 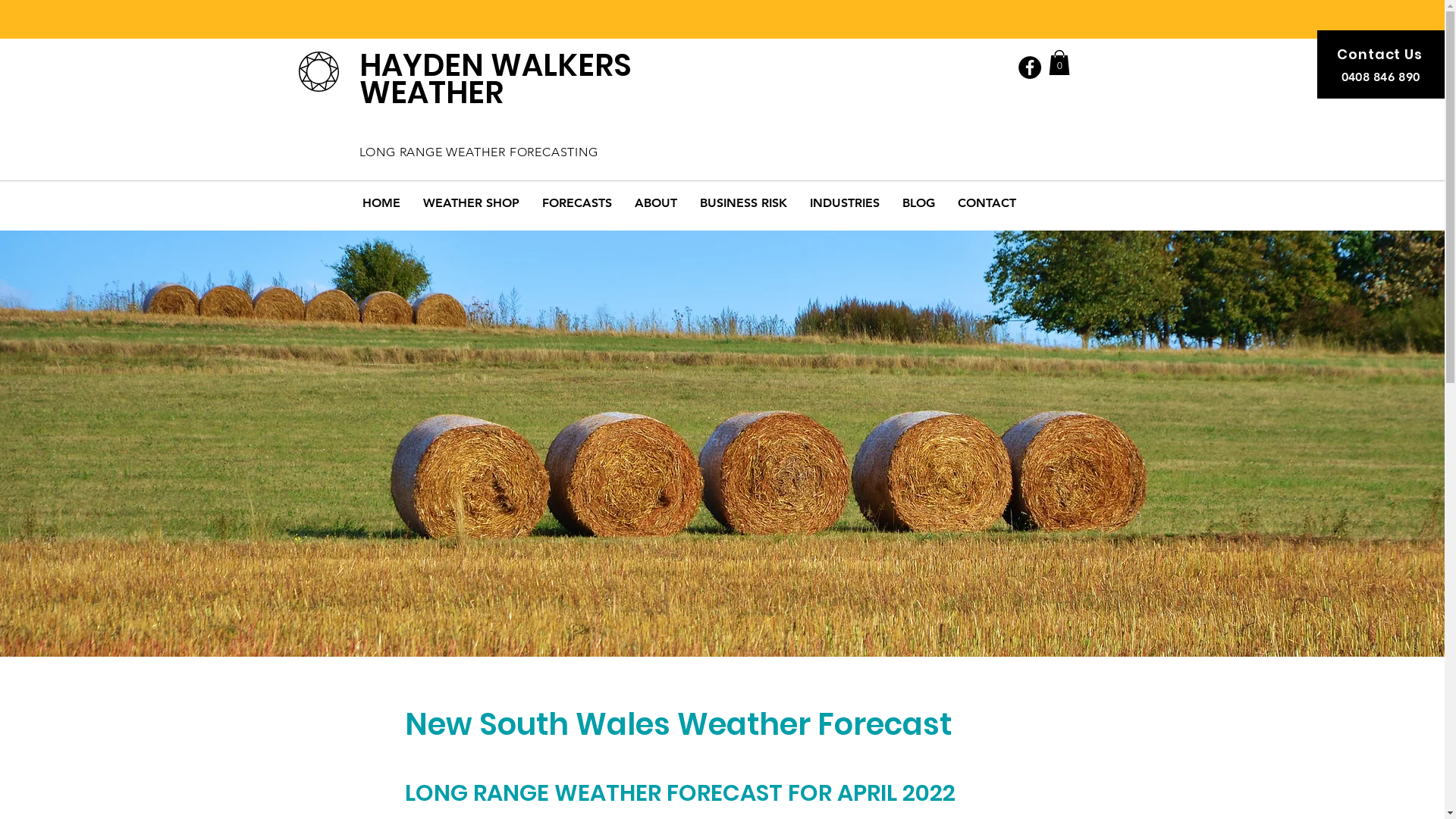 I want to click on 'CONTACT', so click(x=946, y=202).